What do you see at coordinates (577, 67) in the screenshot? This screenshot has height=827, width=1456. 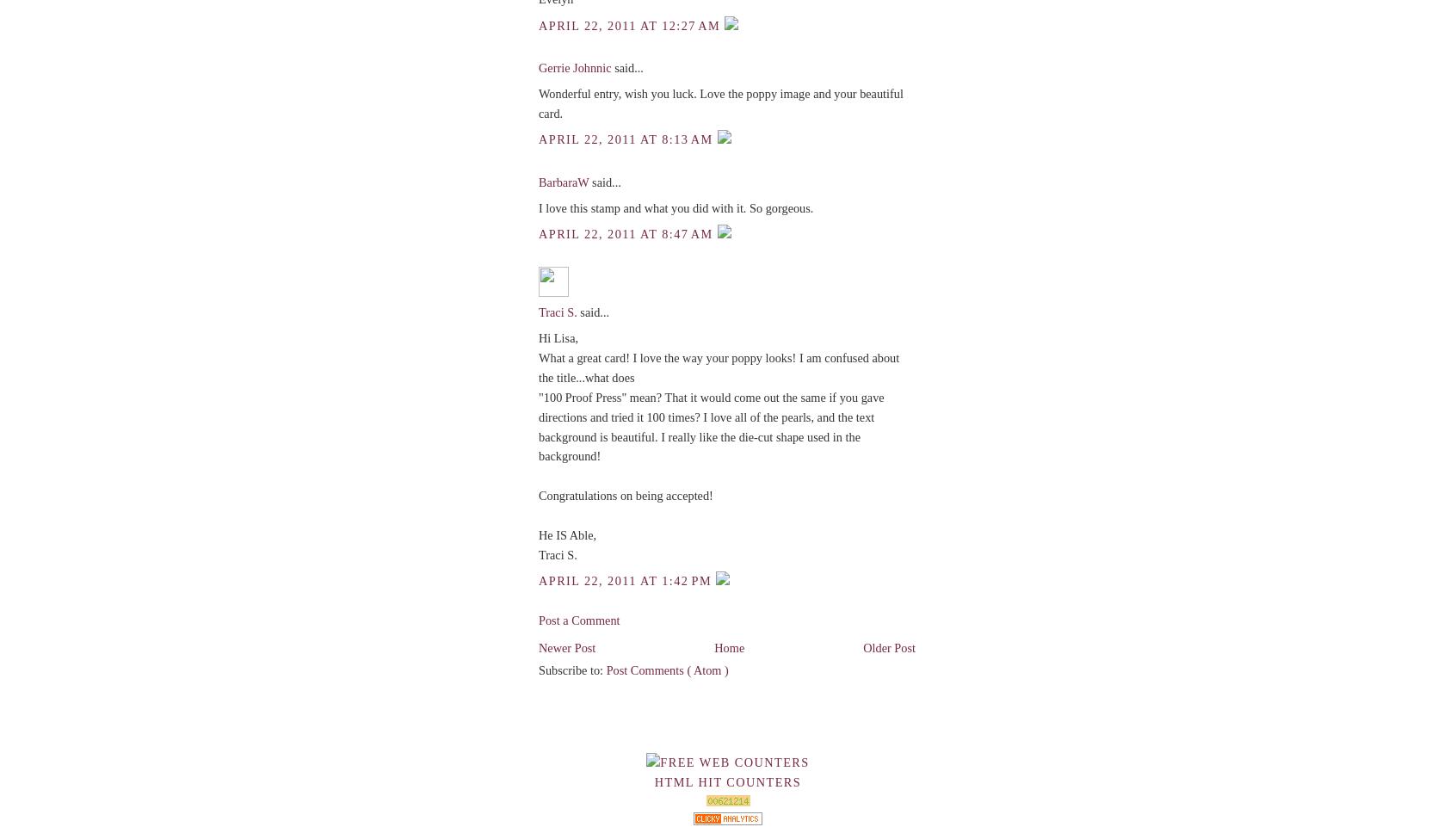 I see `'Gerrie Johnnic'` at bounding box center [577, 67].